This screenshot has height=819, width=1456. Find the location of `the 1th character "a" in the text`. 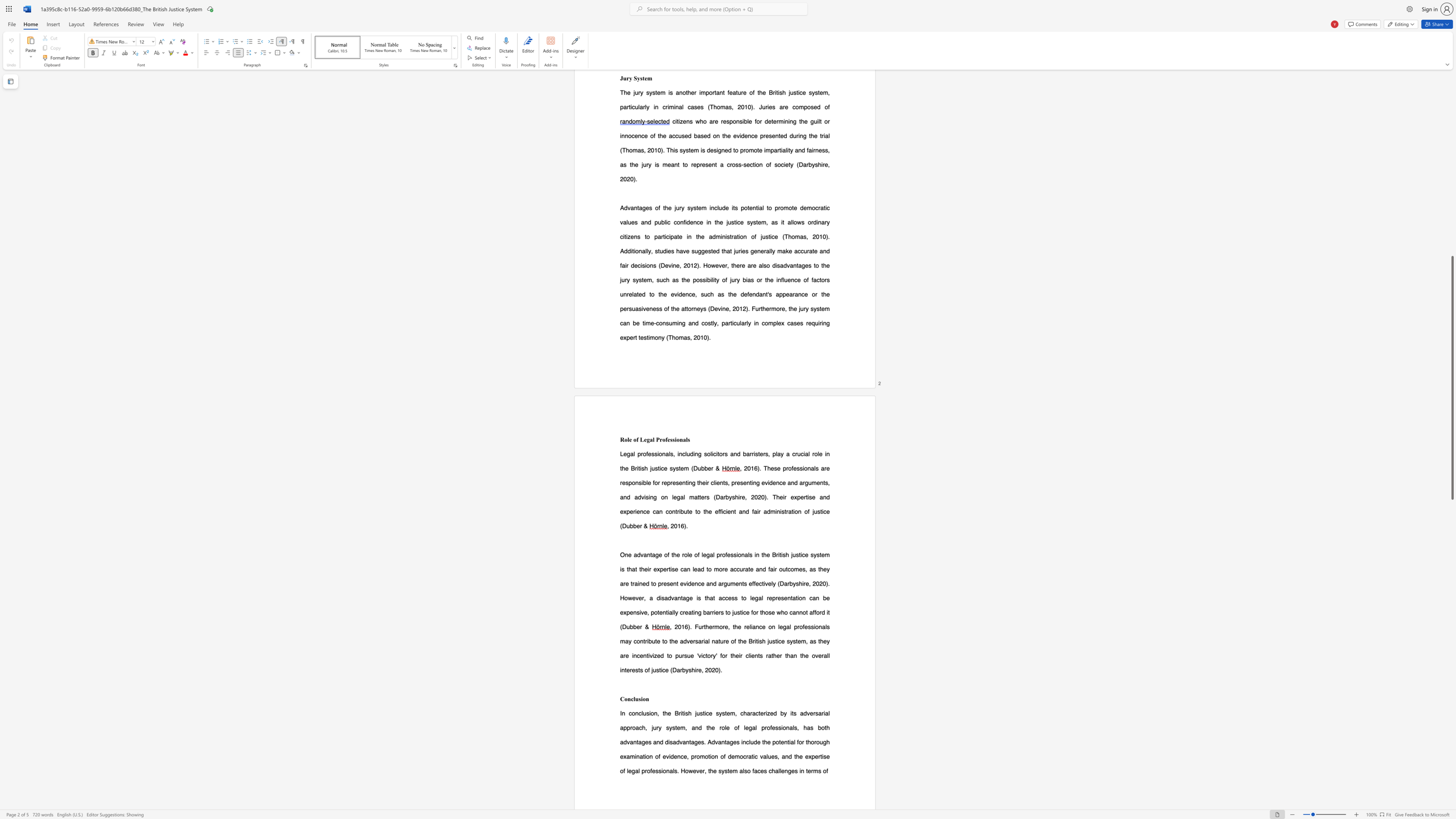

the 1th character "a" in the text is located at coordinates (650, 439).